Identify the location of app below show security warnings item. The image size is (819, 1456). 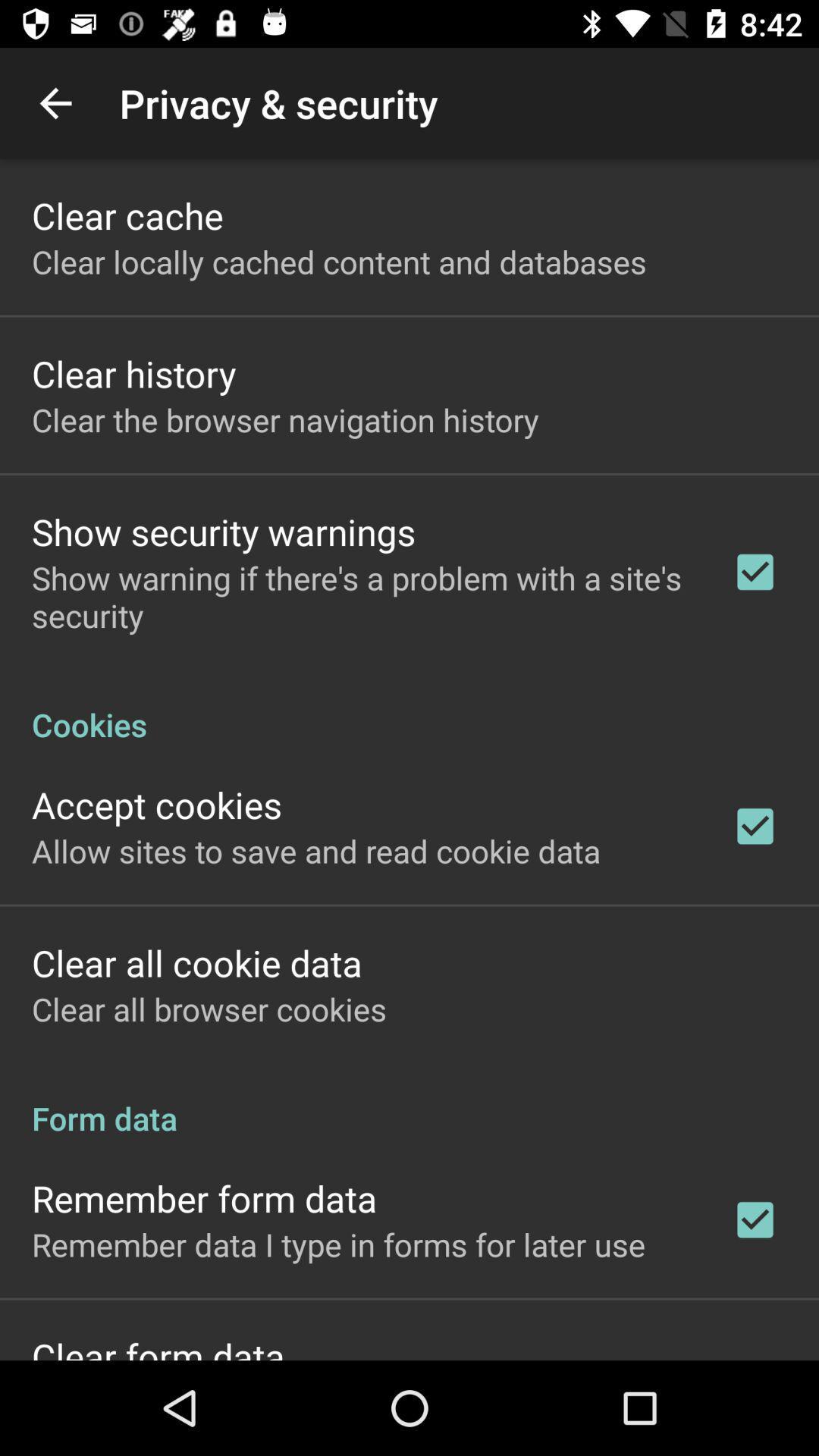
(362, 595).